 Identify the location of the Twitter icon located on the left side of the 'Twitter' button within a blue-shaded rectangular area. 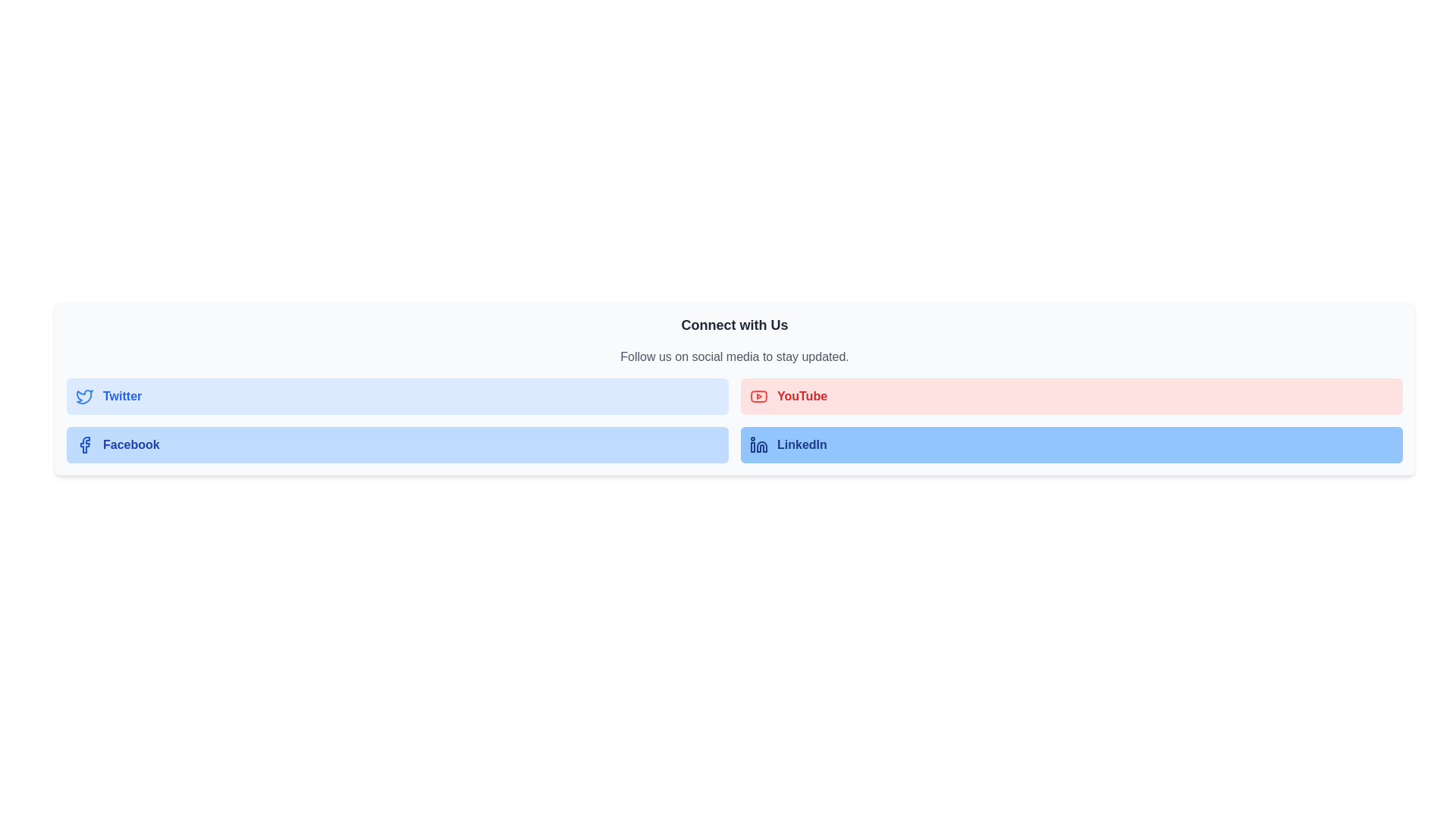
(83, 396).